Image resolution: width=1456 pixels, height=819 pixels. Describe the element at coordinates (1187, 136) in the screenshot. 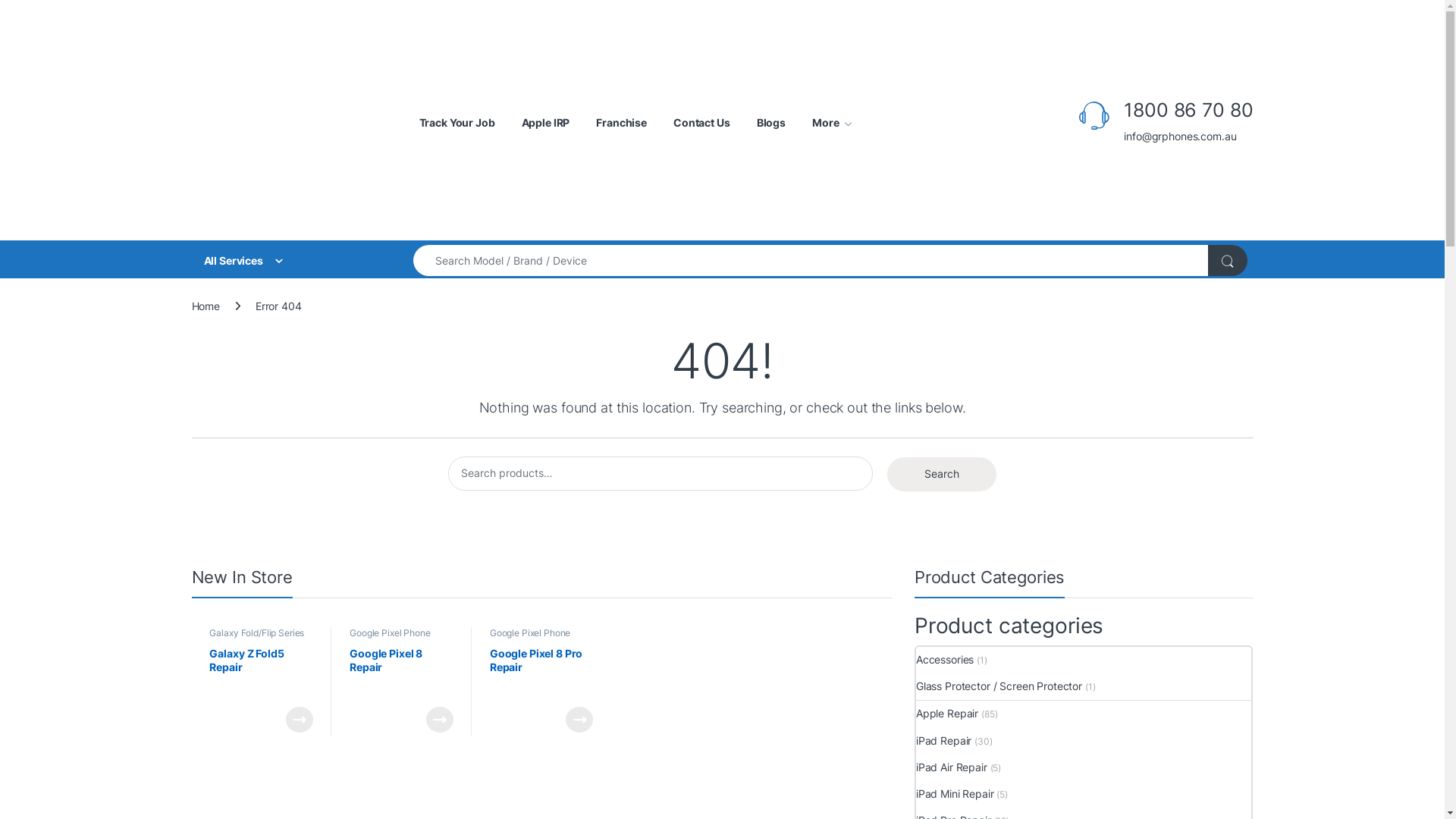

I see `'info@grphones.com.au'` at that location.